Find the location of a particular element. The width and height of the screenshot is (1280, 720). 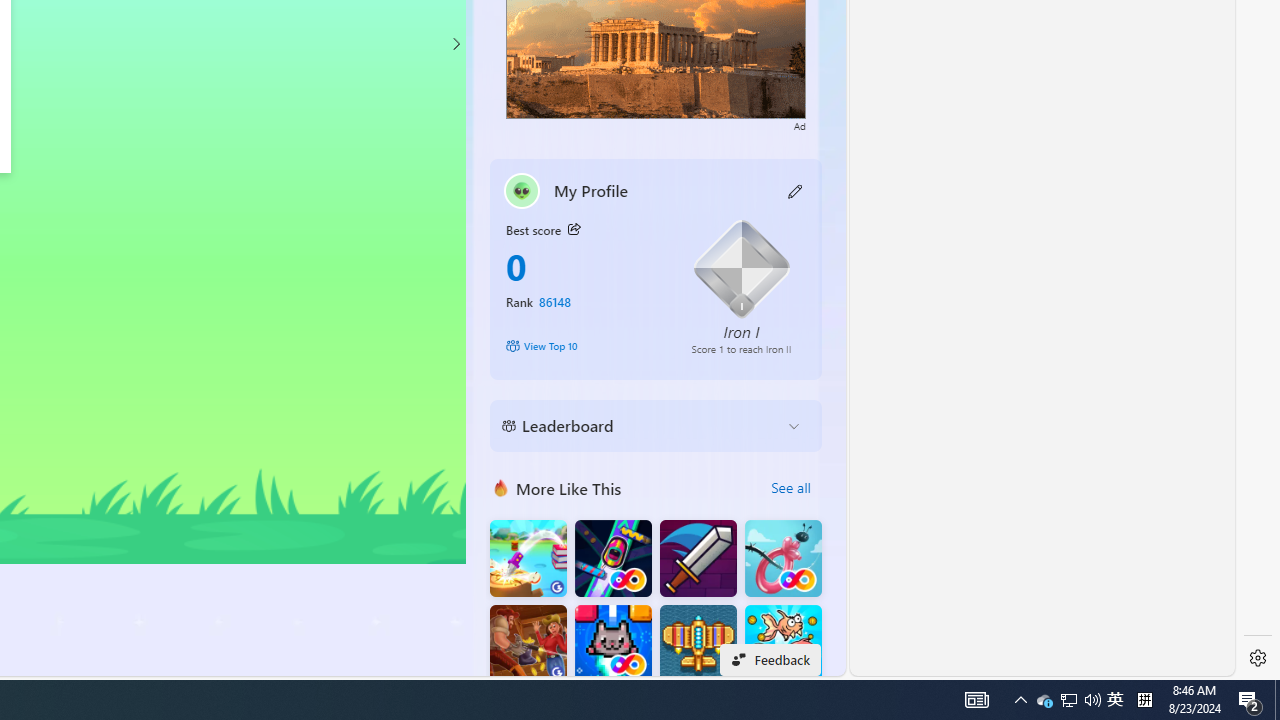

'Balloon FRVR' is located at coordinates (782, 558).